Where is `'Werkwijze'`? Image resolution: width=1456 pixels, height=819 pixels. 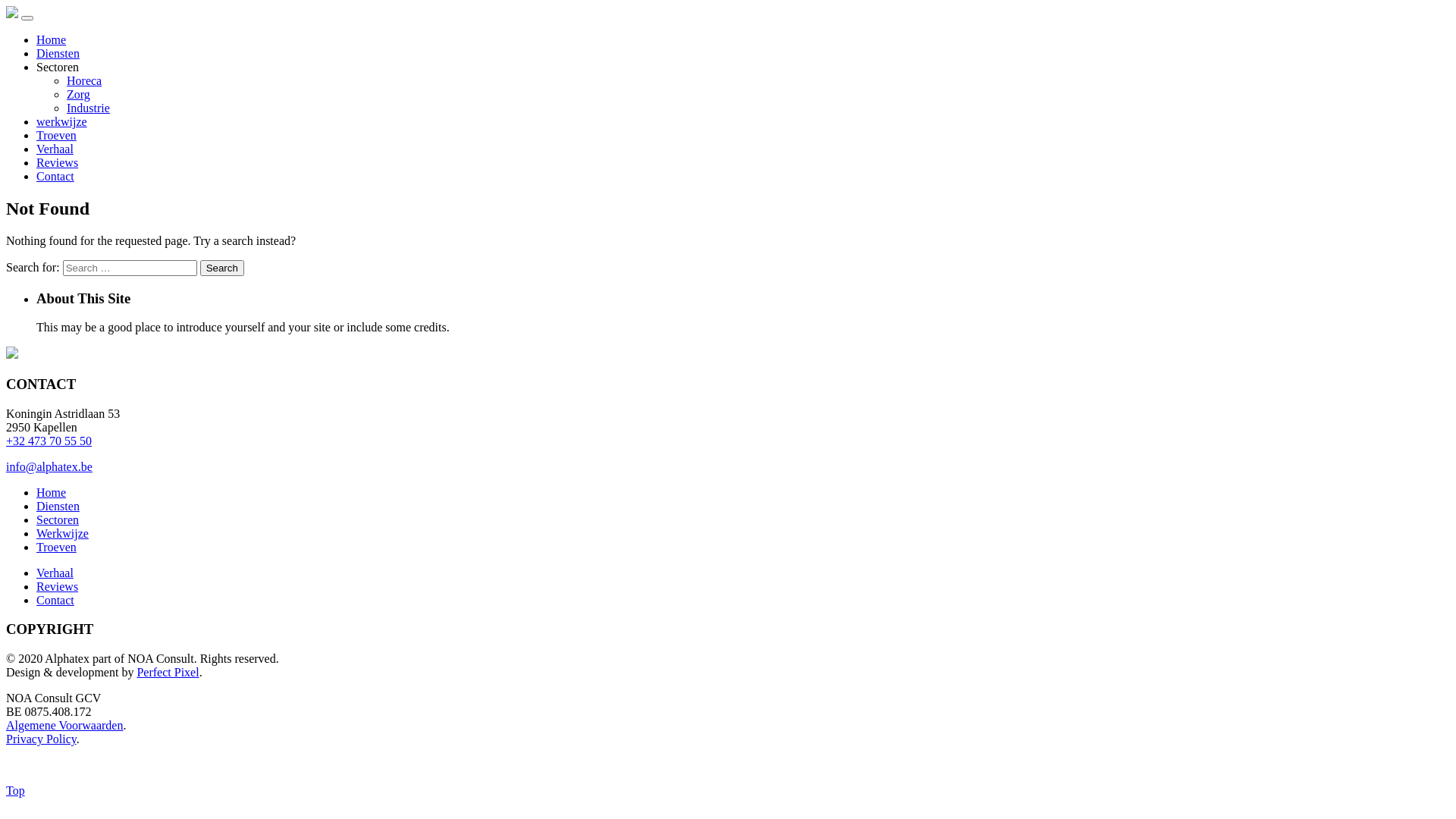
'Werkwijze' is located at coordinates (36, 532).